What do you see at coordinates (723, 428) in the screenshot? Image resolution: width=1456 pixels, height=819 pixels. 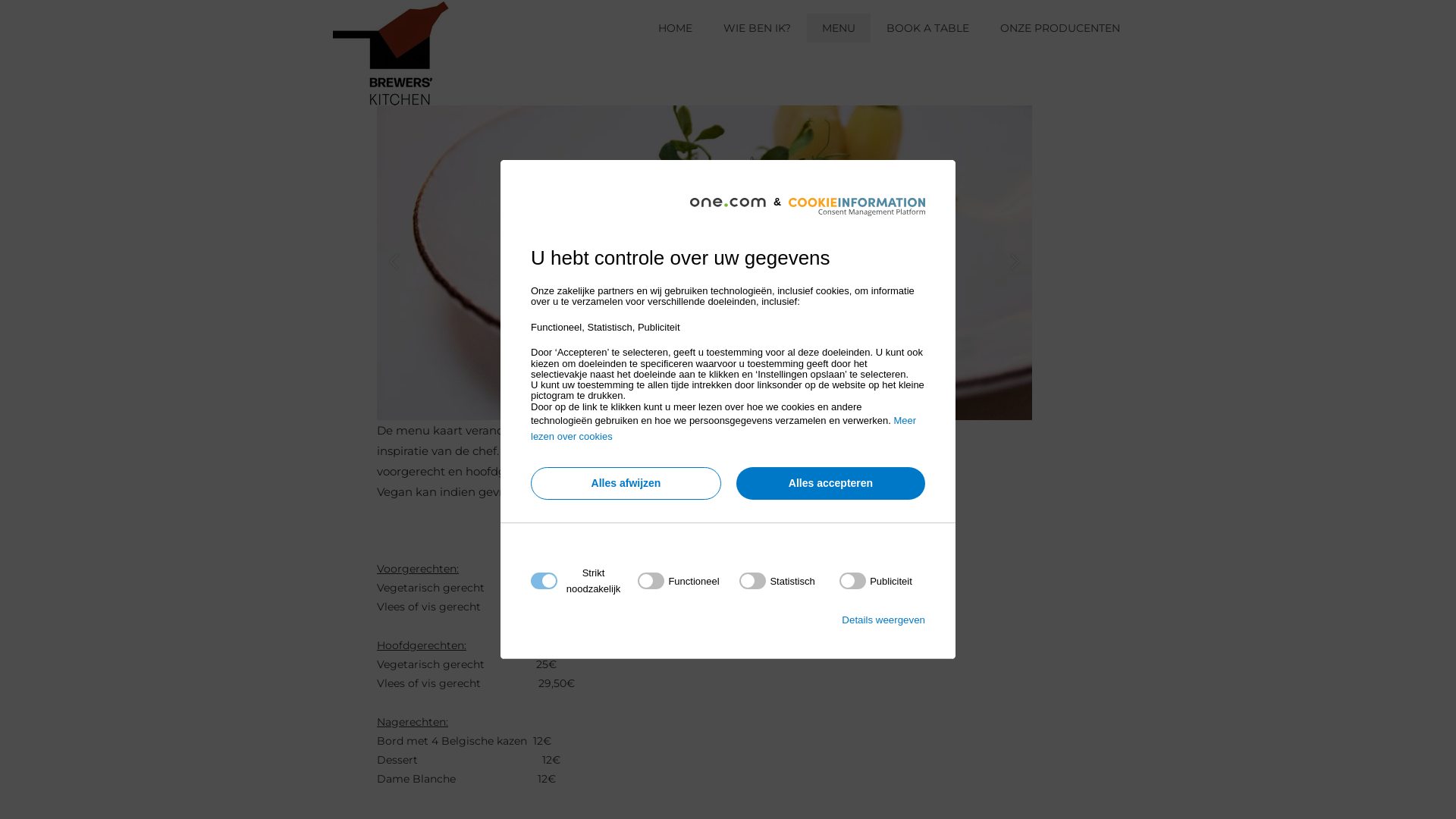 I see `'Meer lezen over cookies'` at bounding box center [723, 428].